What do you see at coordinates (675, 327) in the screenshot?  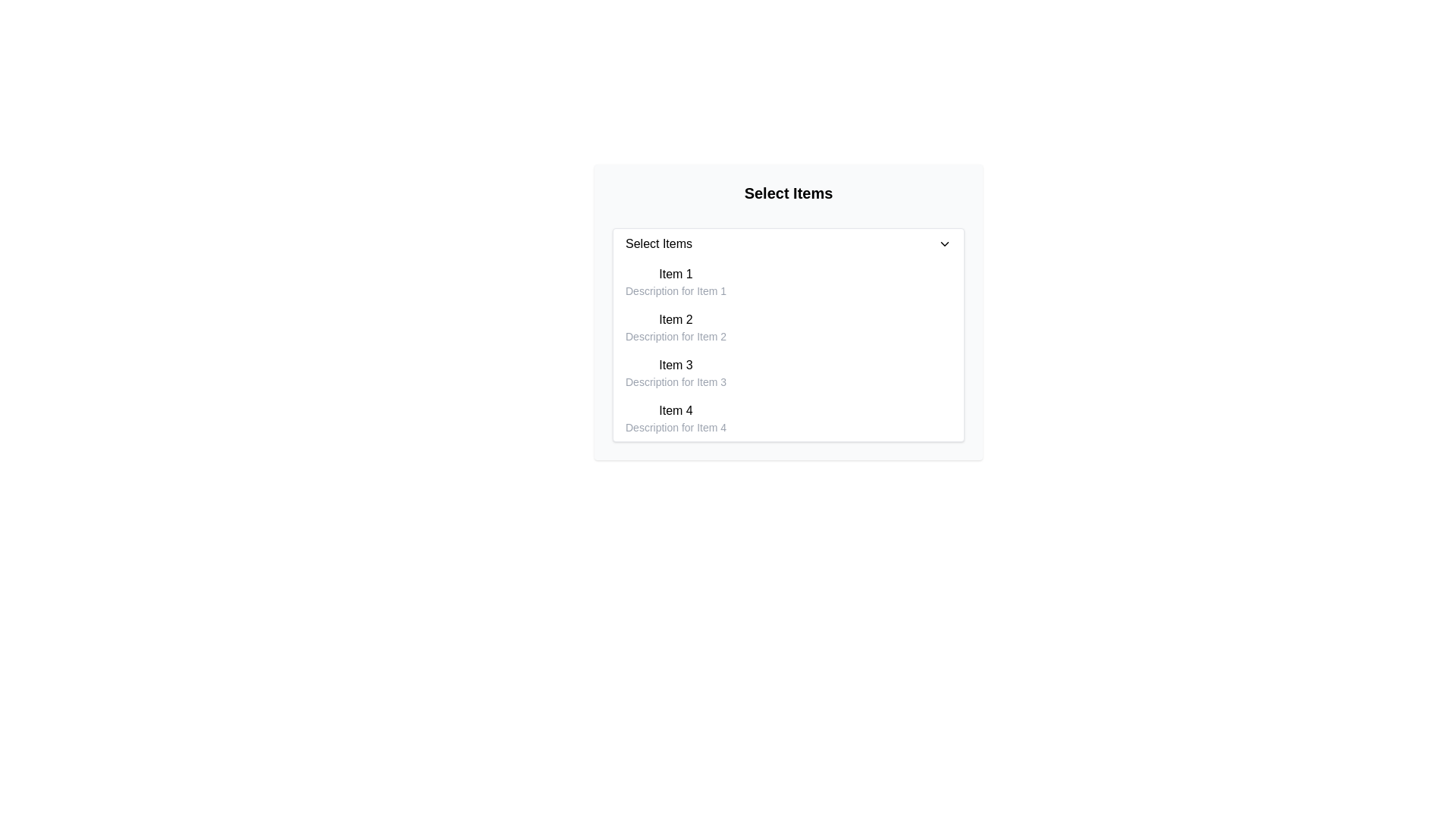 I see `the second item in the dropdown list` at bounding box center [675, 327].